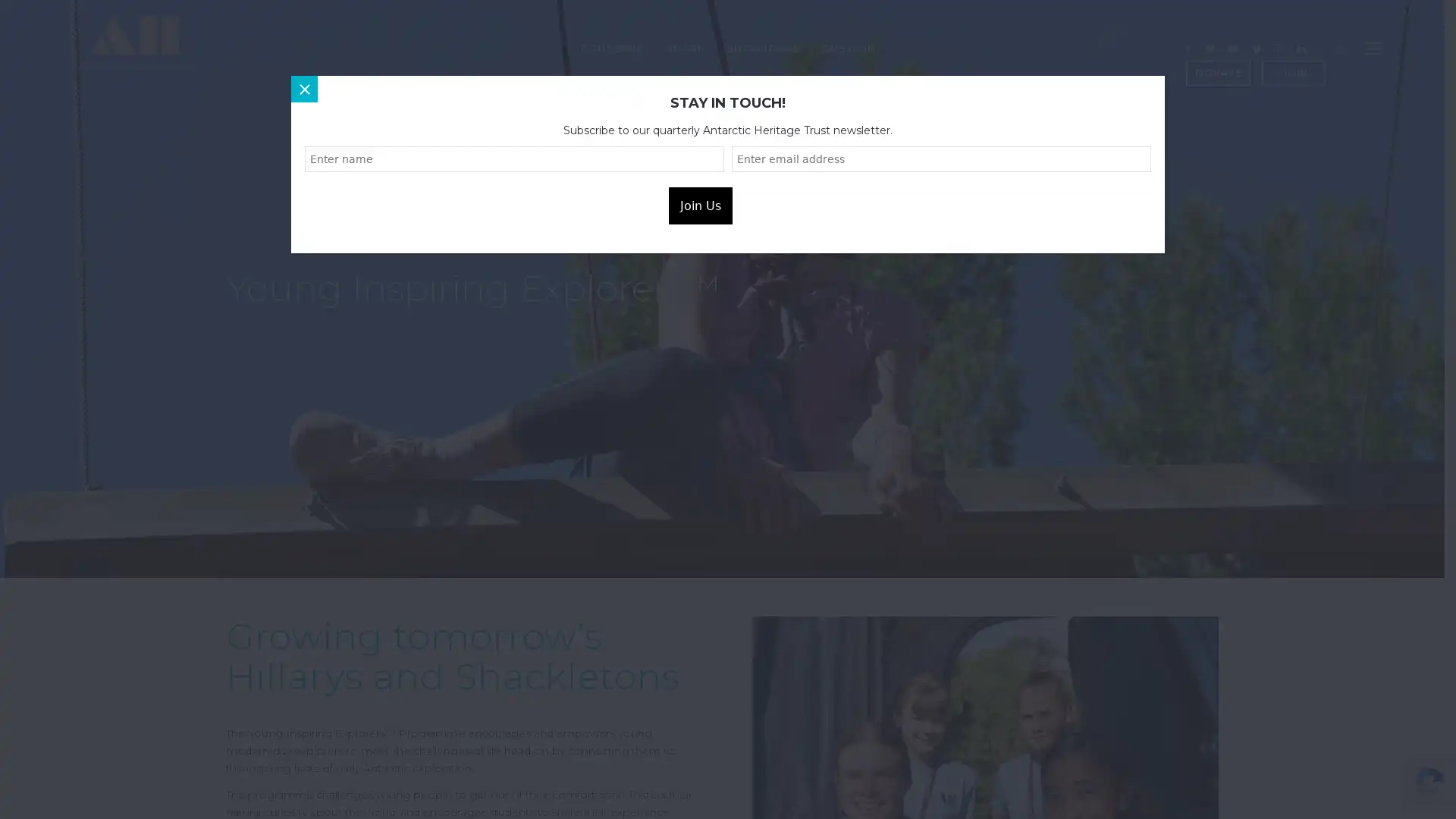 The image size is (1456, 819). What do you see at coordinates (303, 89) in the screenshot?
I see `Close` at bounding box center [303, 89].